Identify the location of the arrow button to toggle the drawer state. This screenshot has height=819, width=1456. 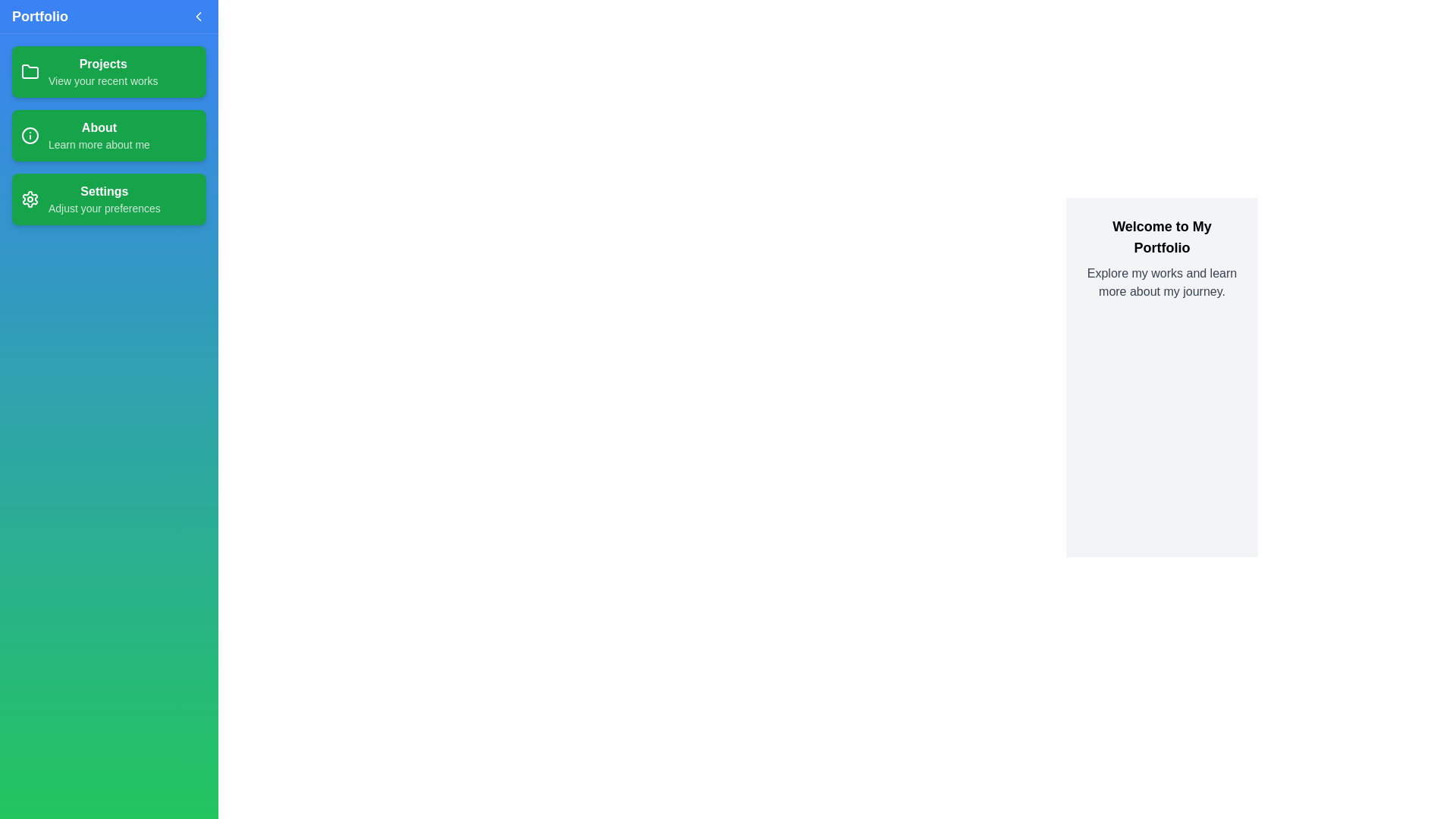
(198, 17).